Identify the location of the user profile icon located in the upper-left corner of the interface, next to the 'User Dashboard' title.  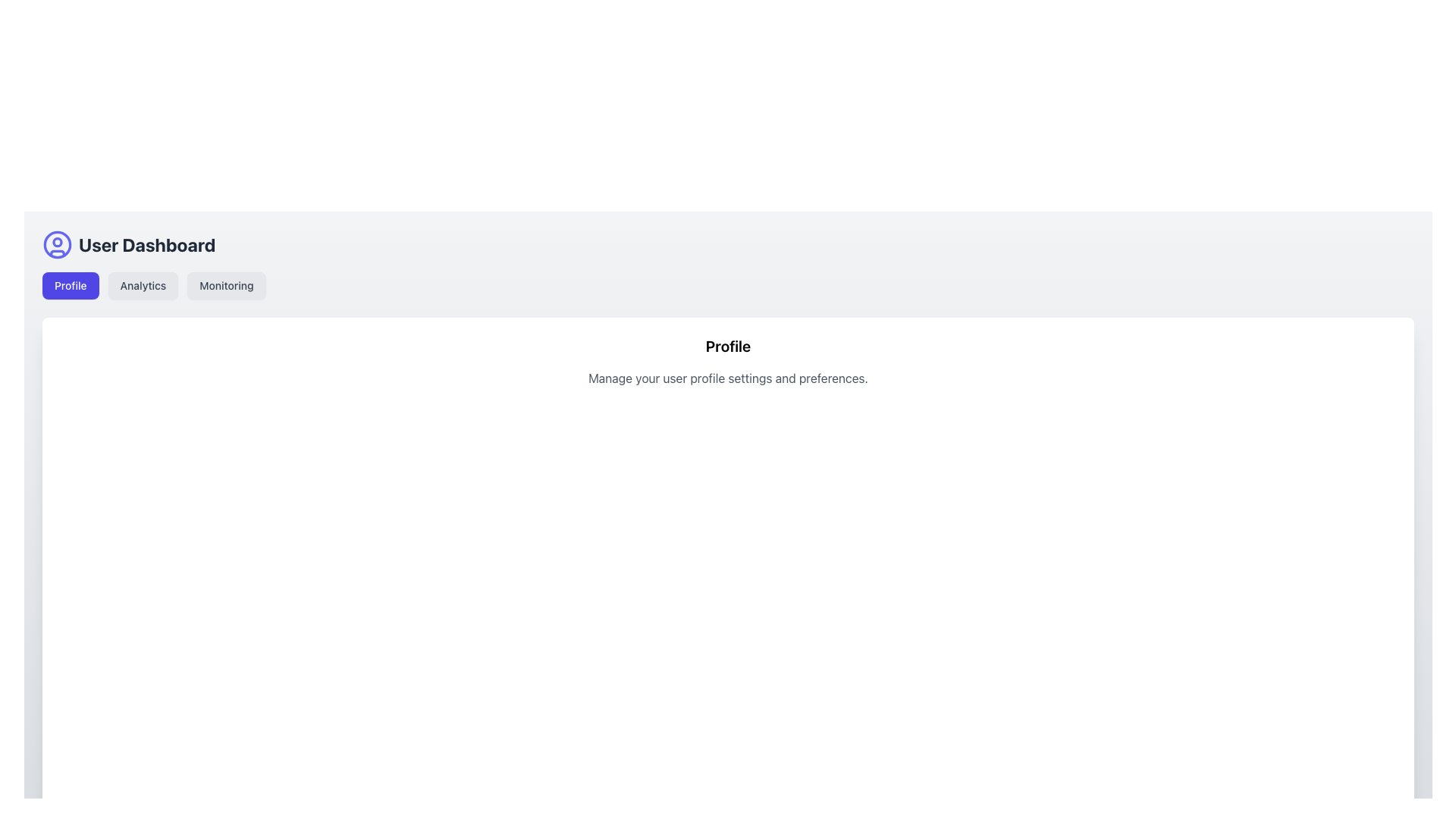
(58, 244).